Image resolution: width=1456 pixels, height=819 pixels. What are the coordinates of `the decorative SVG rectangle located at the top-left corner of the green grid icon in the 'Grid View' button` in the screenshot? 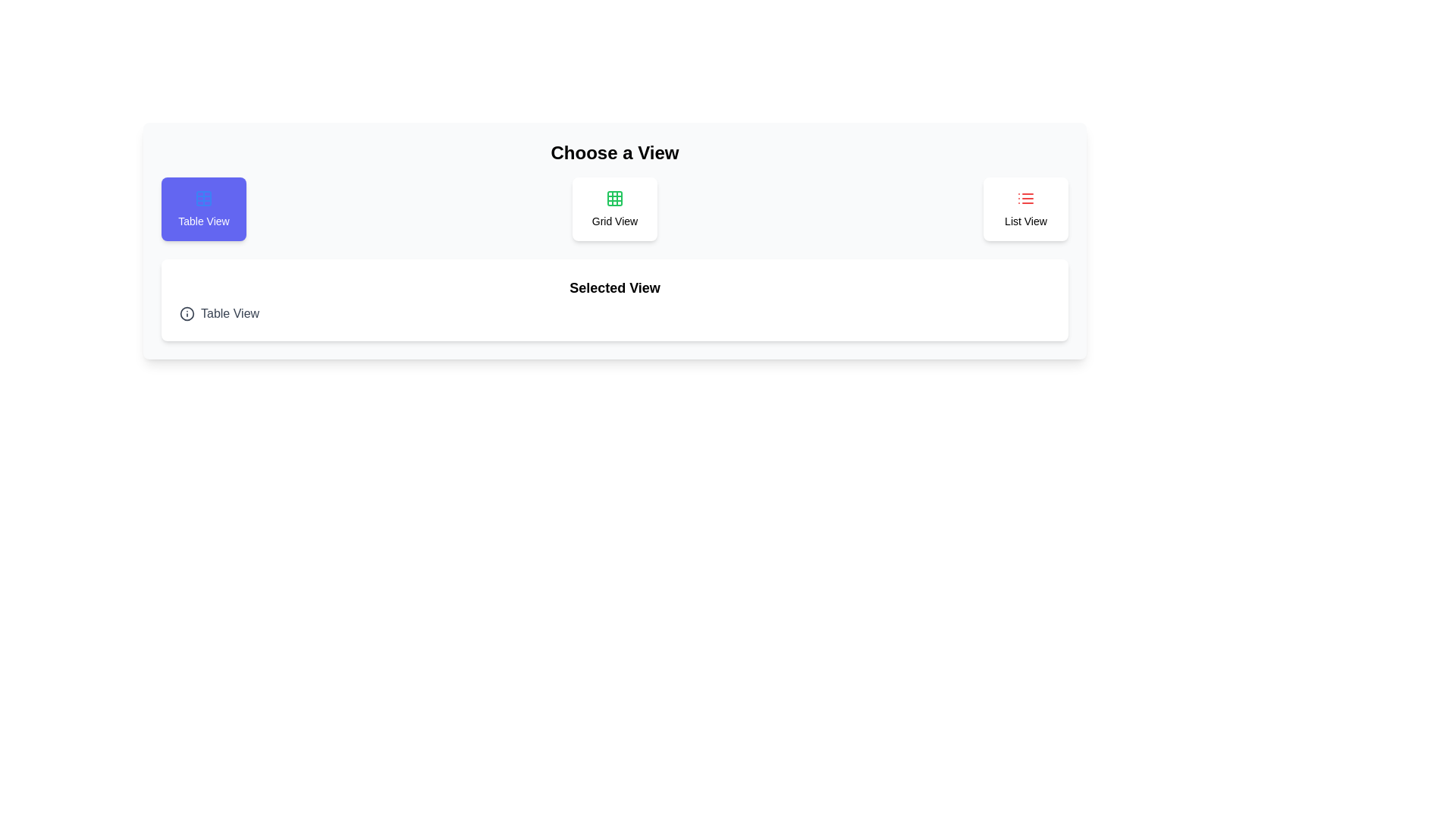 It's located at (615, 198).